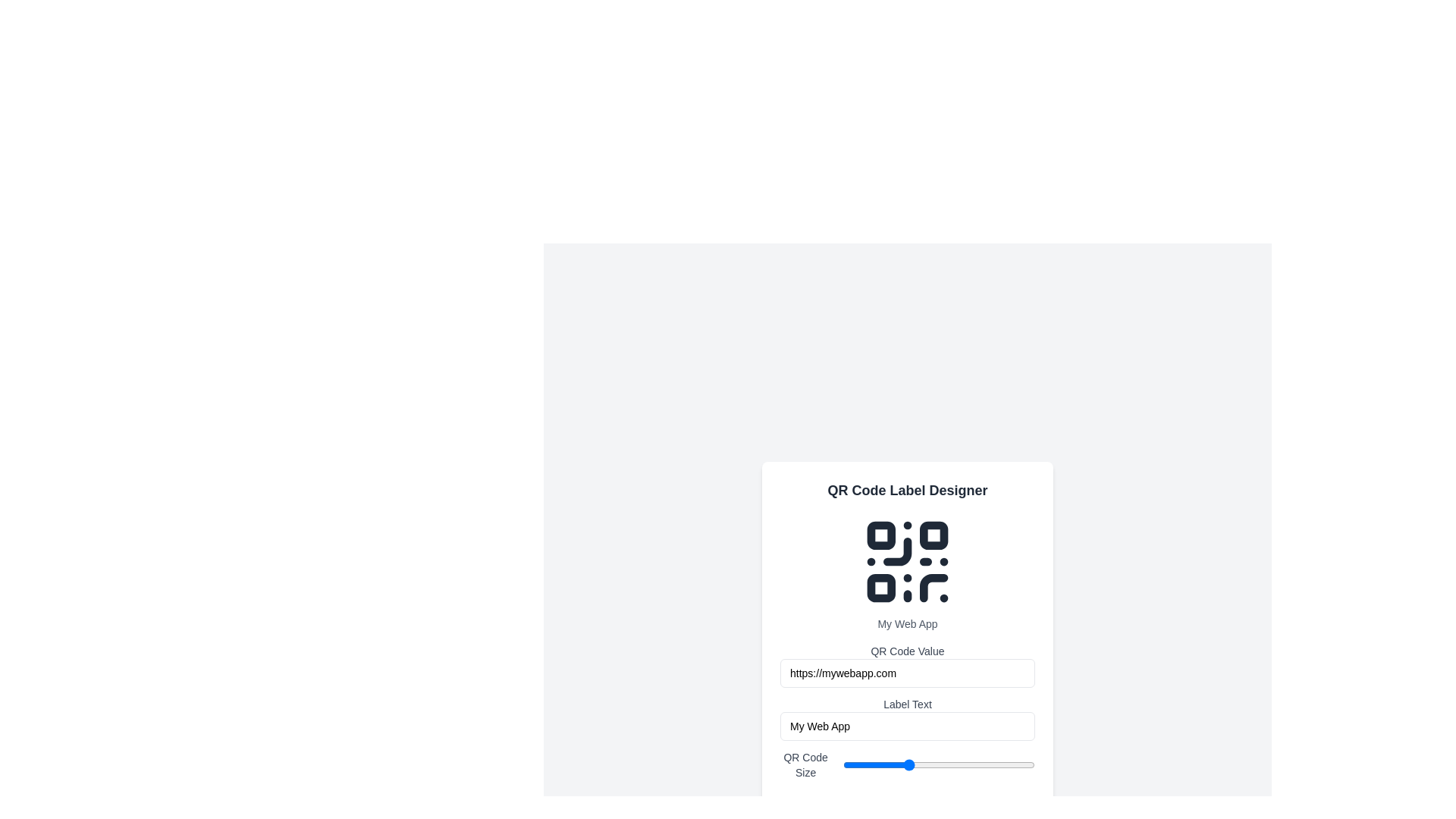  What do you see at coordinates (892, 765) in the screenshot?
I see `the QR code size` at bounding box center [892, 765].